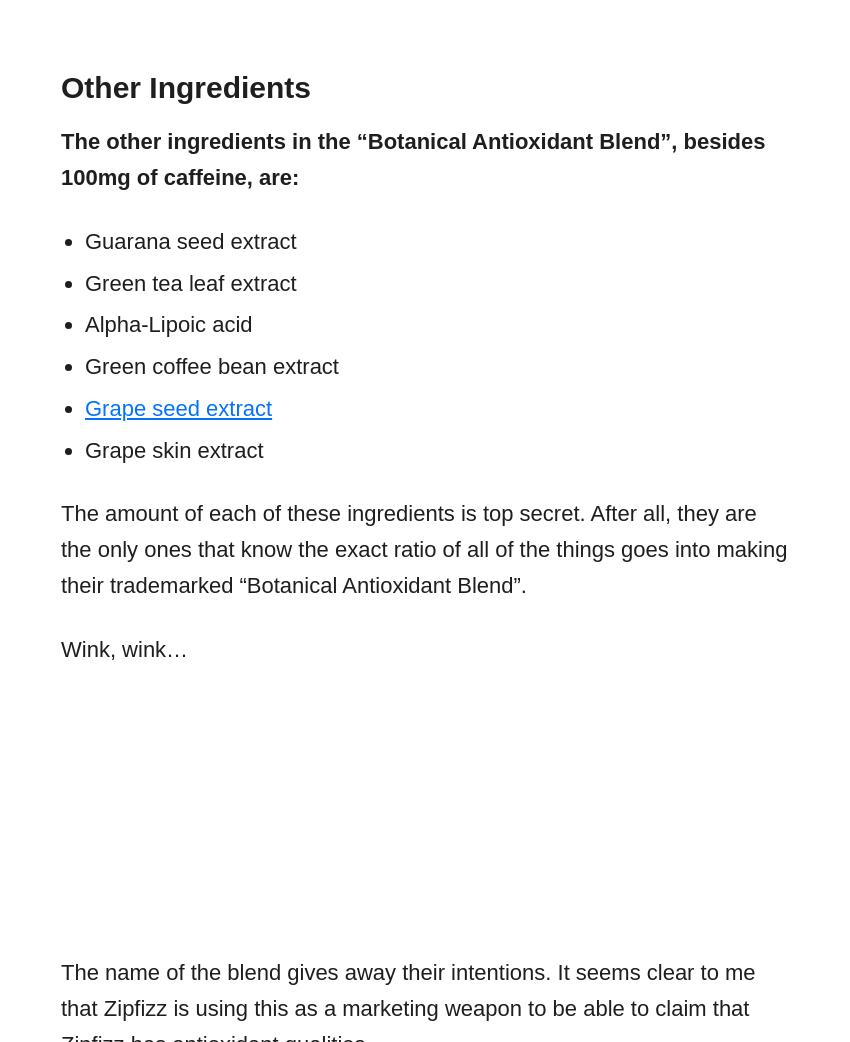 The image size is (850, 1042). Describe the element at coordinates (123, 648) in the screenshot. I see `'Wink, wink…'` at that location.